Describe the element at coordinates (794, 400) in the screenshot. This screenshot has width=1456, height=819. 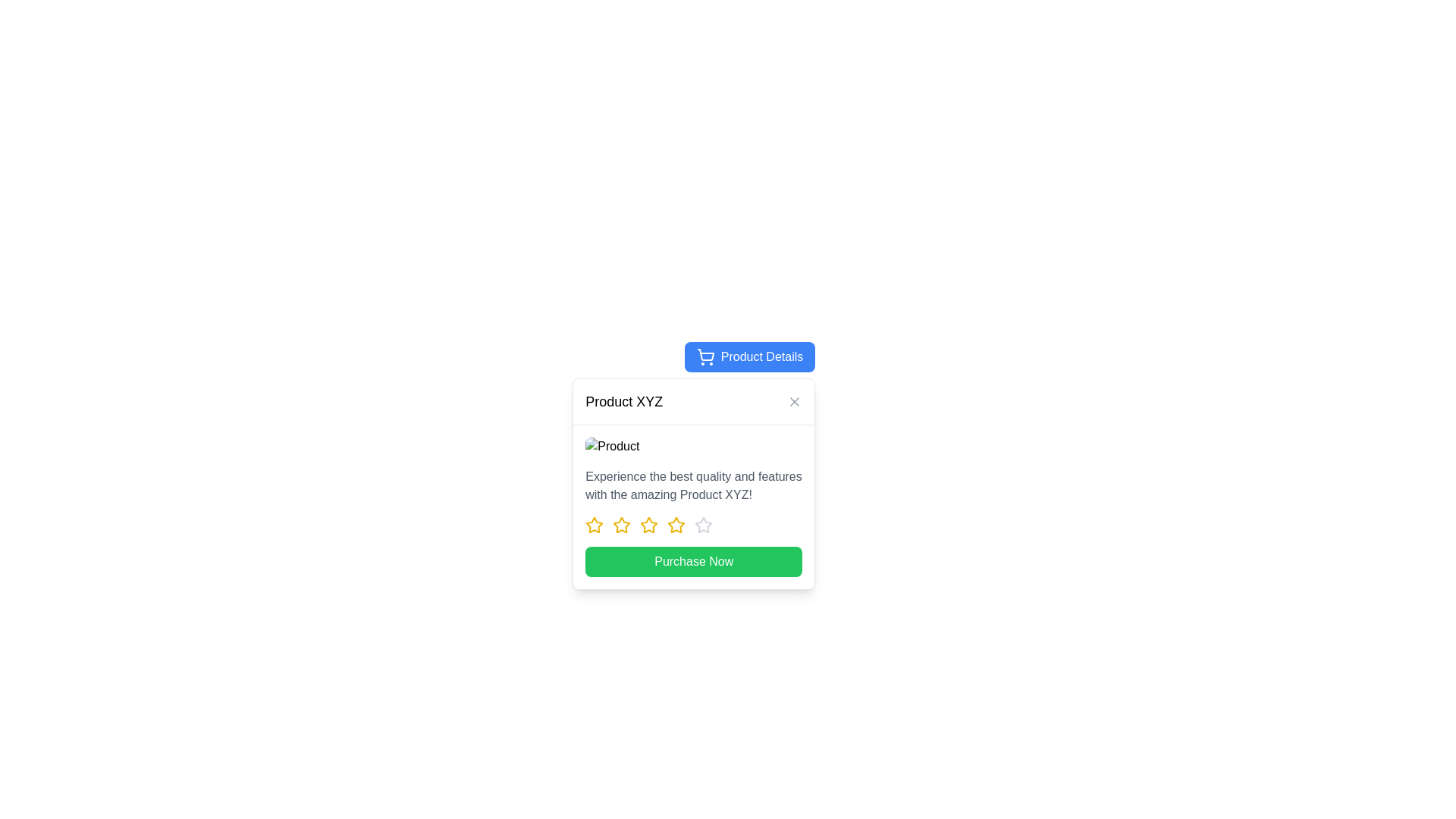
I see `the small 'X' icon located at the top-right corner of the product card` at that location.